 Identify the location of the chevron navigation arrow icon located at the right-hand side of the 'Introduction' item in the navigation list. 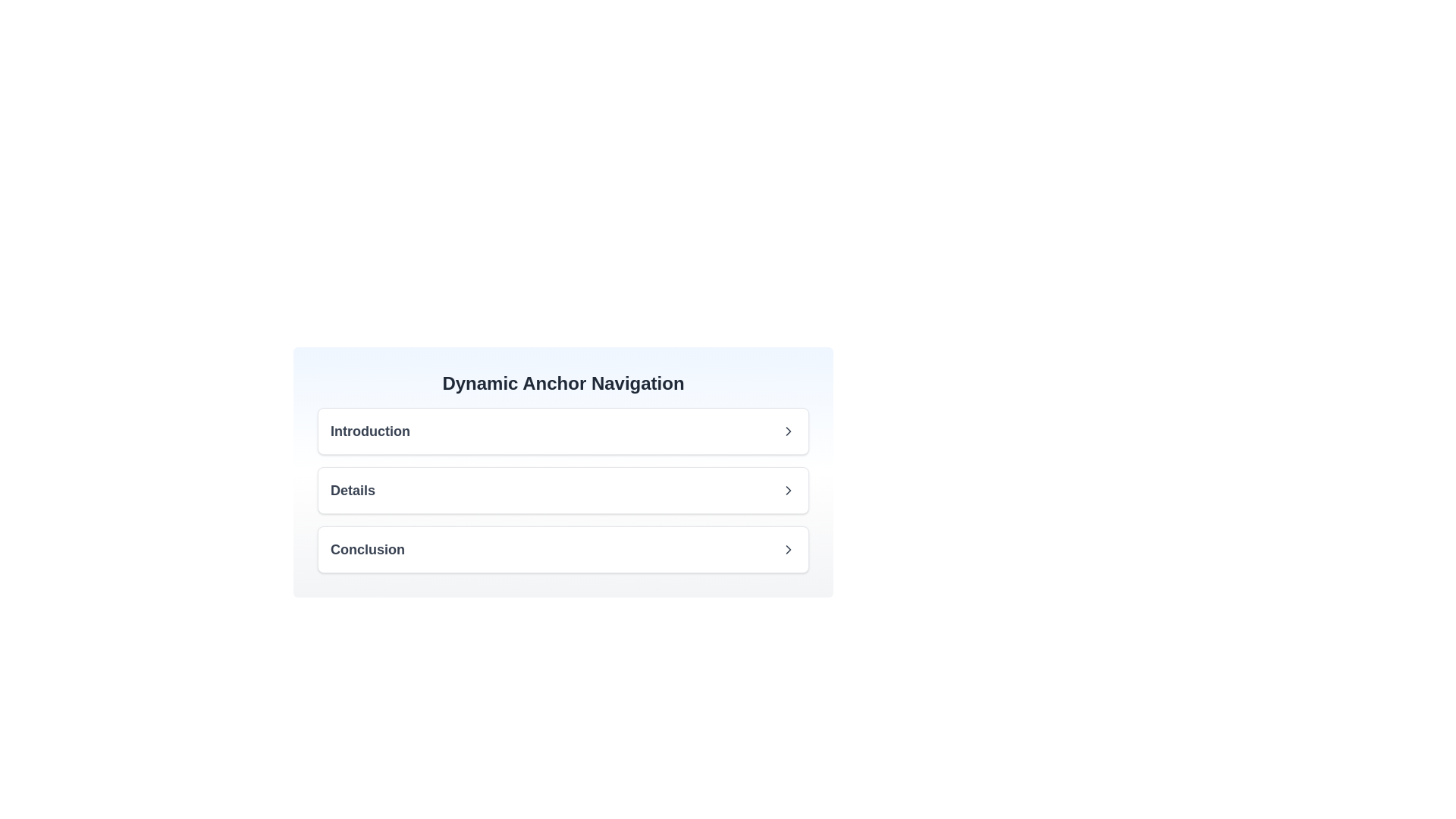
(789, 431).